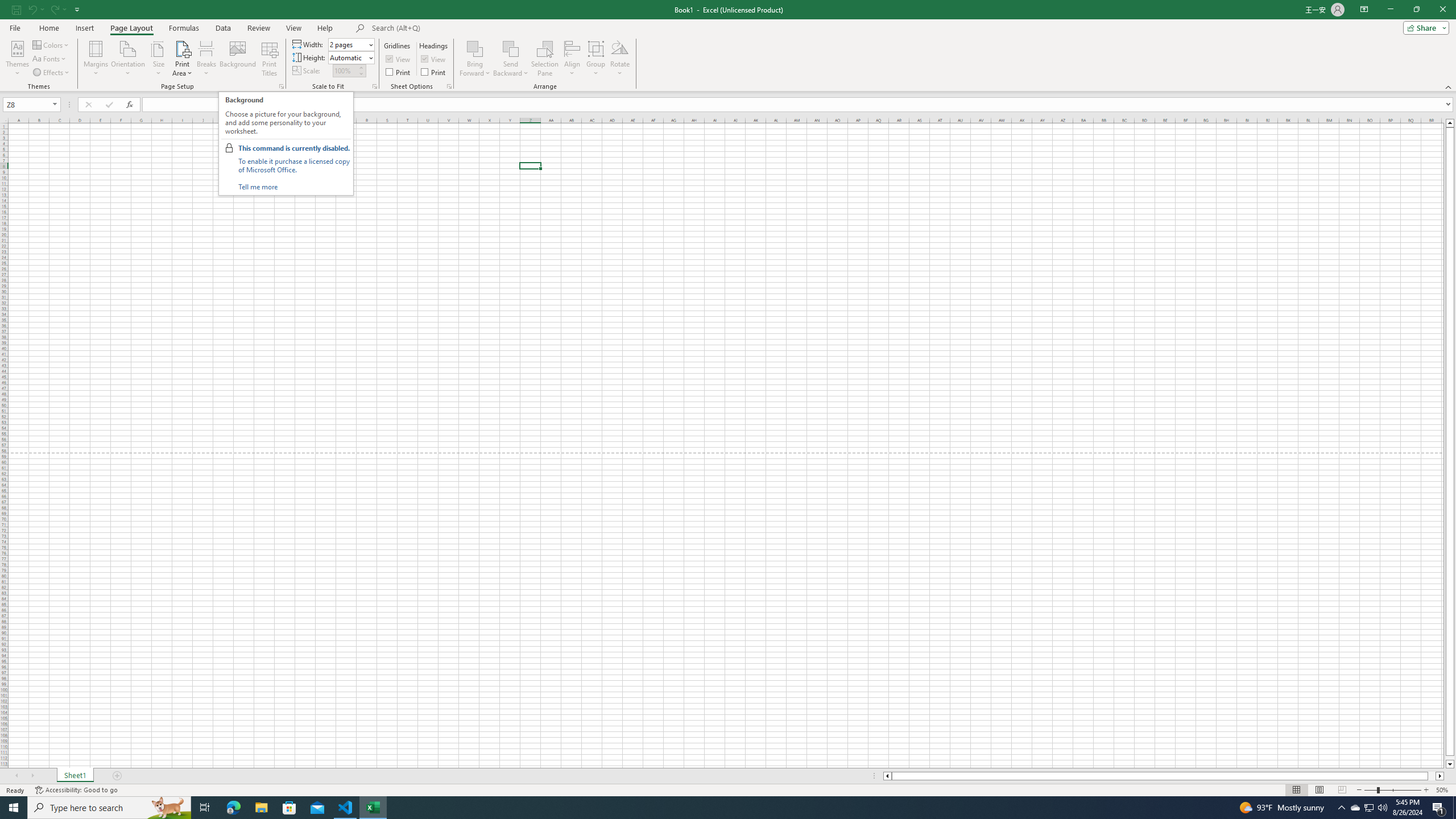 Image resolution: width=1456 pixels, height=819 pixels. I want to click on 'Sheet Options', so click(448, 85).